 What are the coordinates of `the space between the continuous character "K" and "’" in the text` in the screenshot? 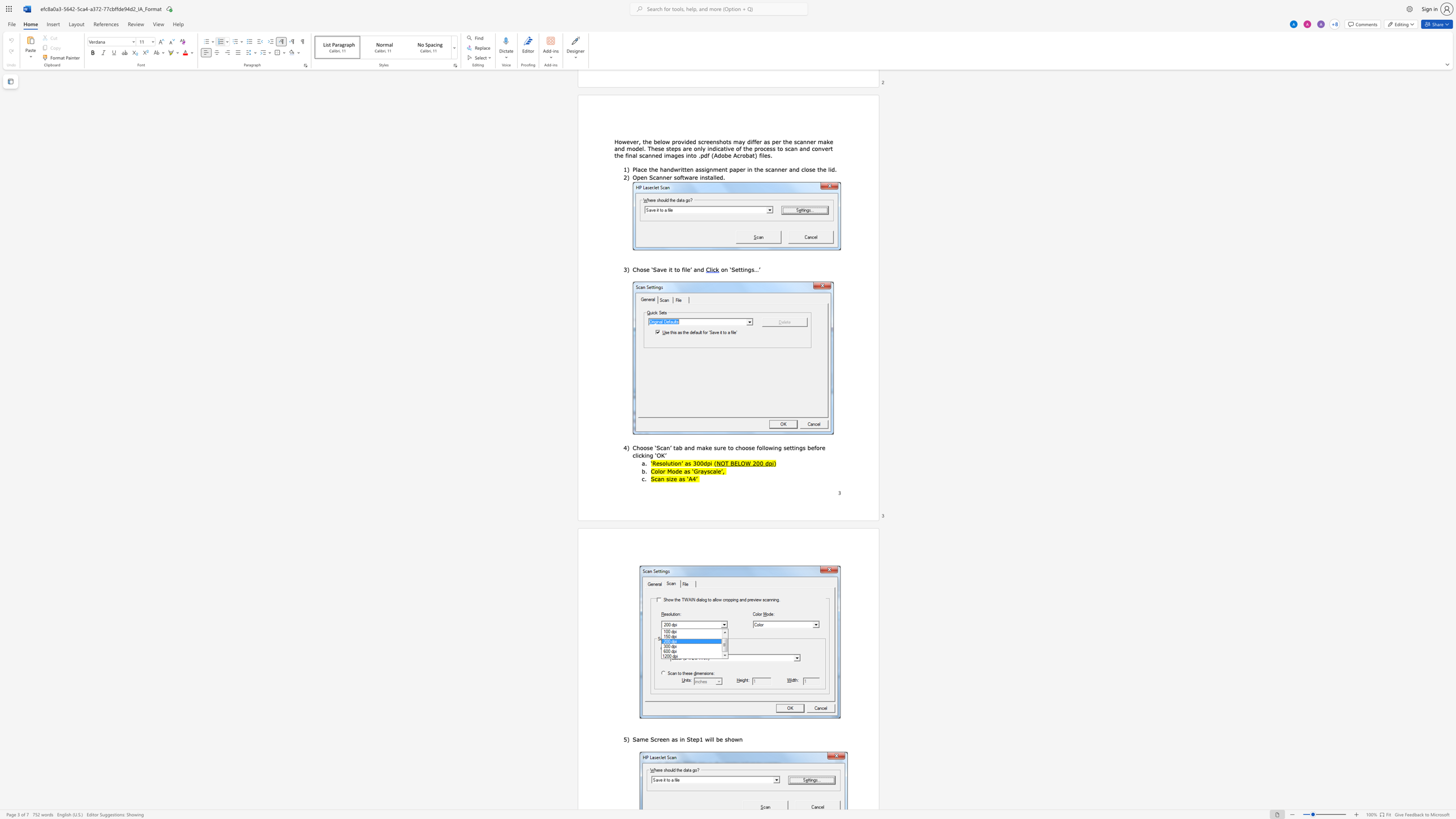 It's located at (664, 455).